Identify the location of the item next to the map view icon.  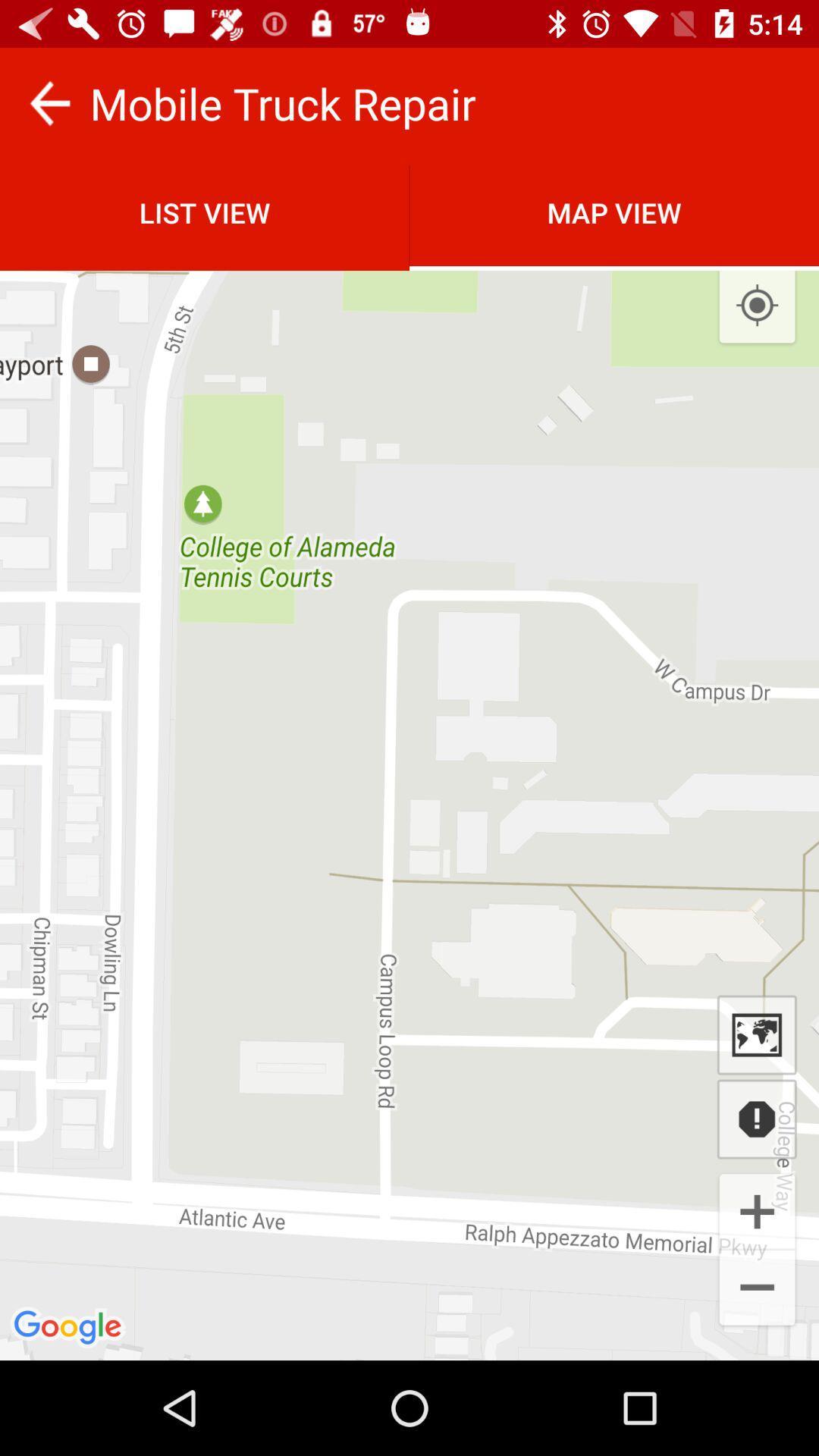
(205, 212).